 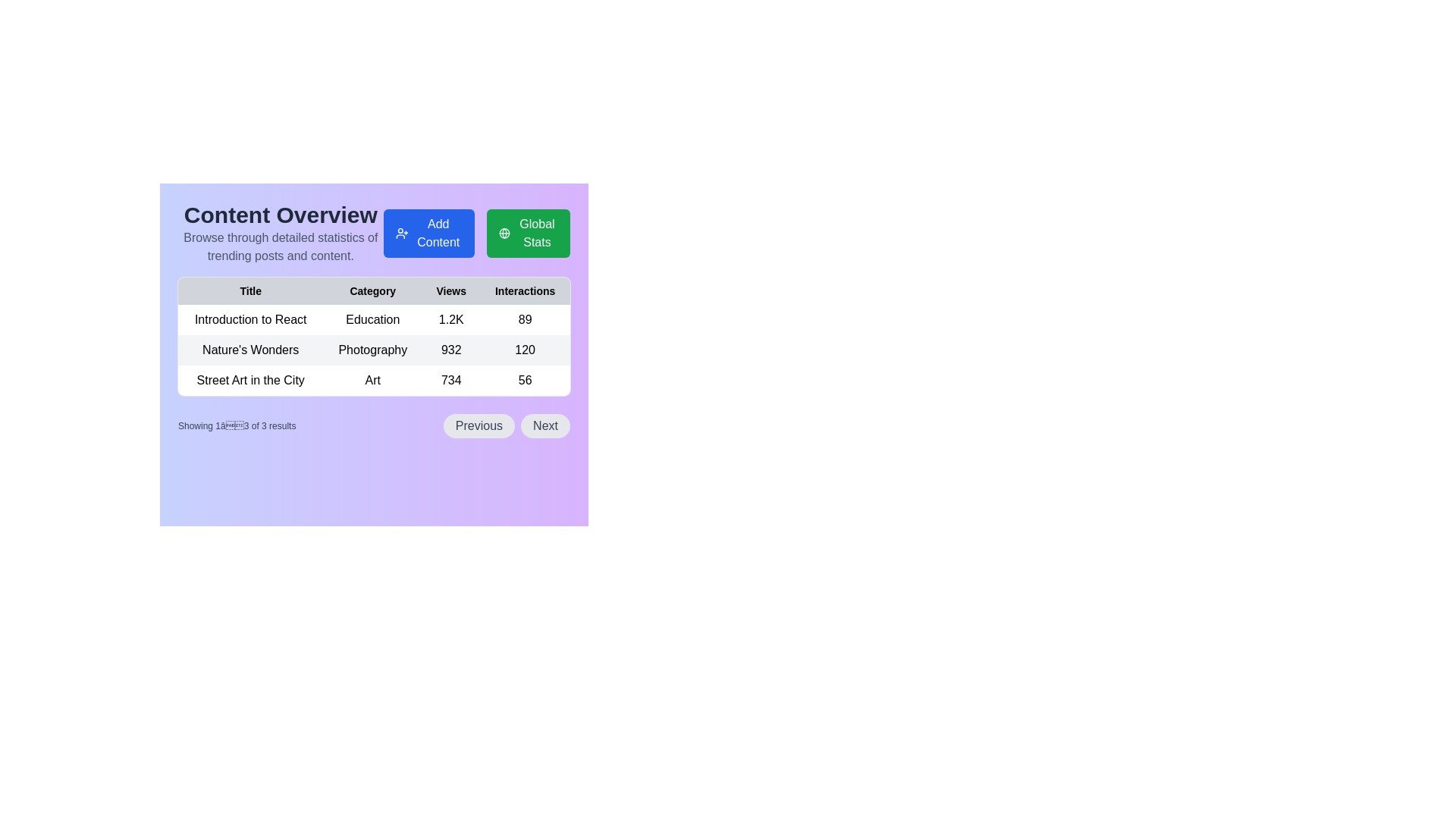 What do you see at coordinates (525, 350) in the screenshot?
I see `the static text displaying '120' in the 'Interactions' column of the table associated with 'Nature's Wonders' and 'Photography'` at bounding box center [525, 350].